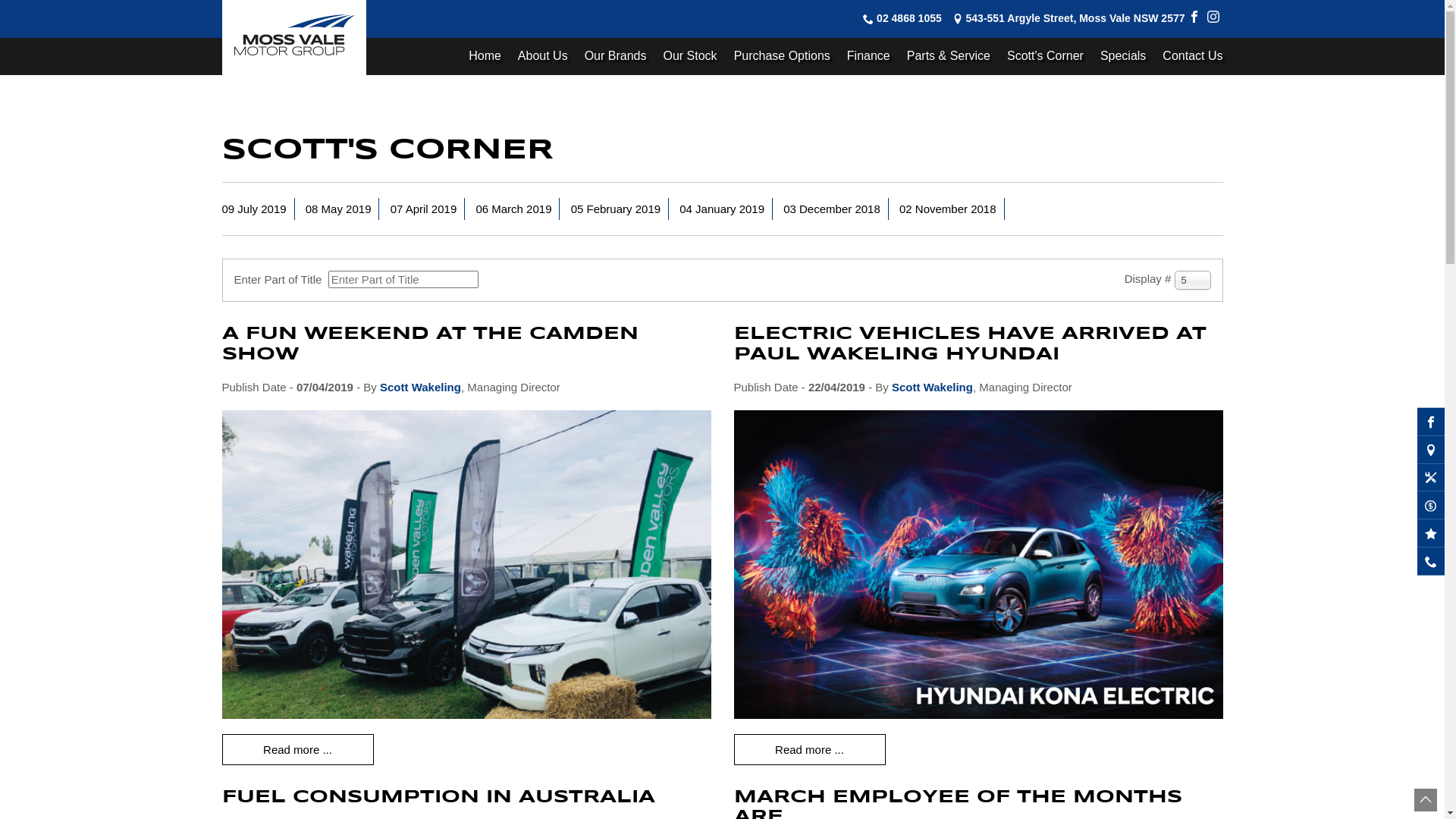 Image resolution: width=1456 pixels, height=819 pixels. Describe the element at coordinates (297, 748) in the screenshot. I see `'Read more ...'` at that location.